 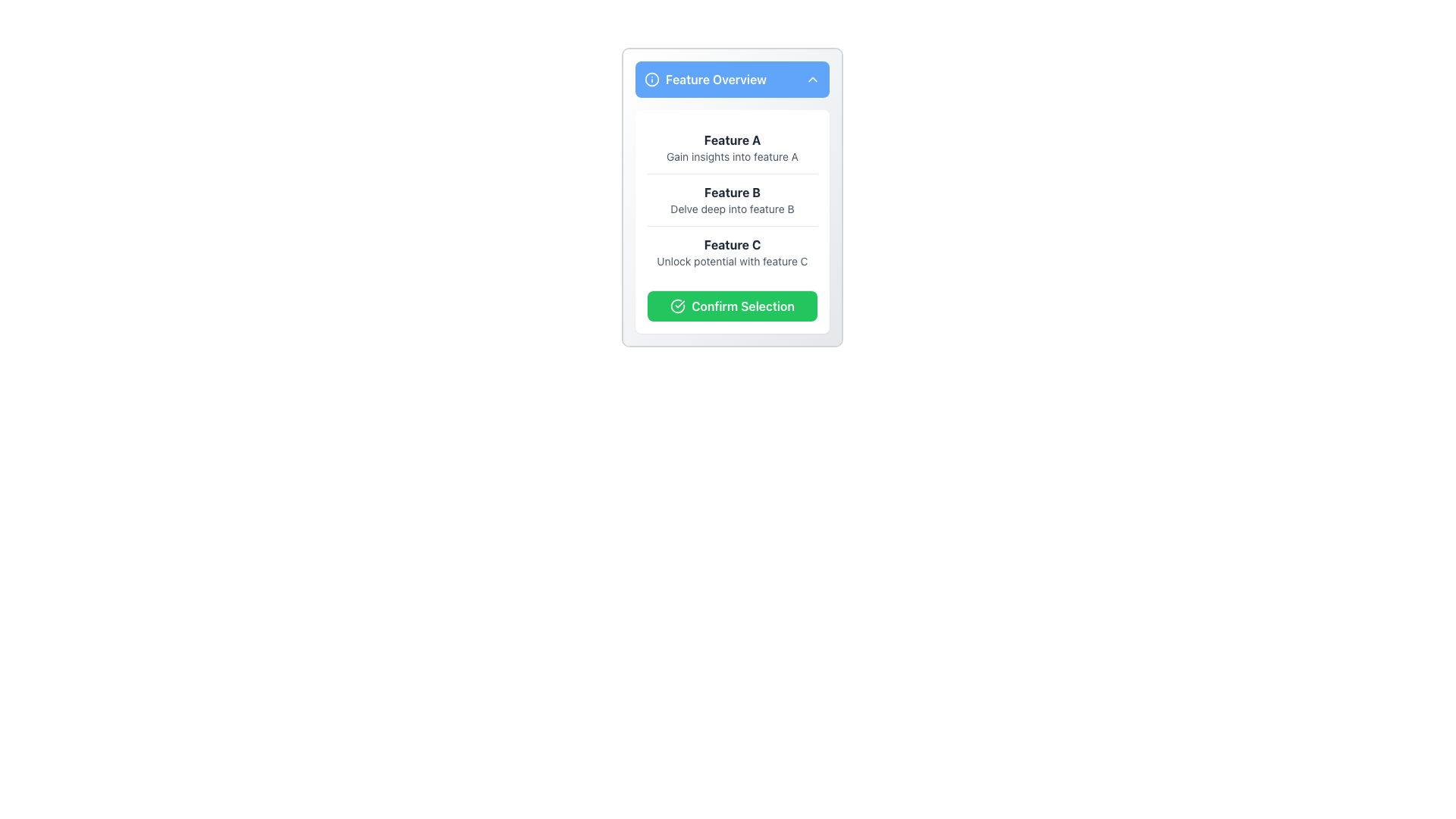 I want to click on the informational text block that presents information about 'Feature A', located just below the header labeled 'Feature Overview', so click(x=732, y=148).